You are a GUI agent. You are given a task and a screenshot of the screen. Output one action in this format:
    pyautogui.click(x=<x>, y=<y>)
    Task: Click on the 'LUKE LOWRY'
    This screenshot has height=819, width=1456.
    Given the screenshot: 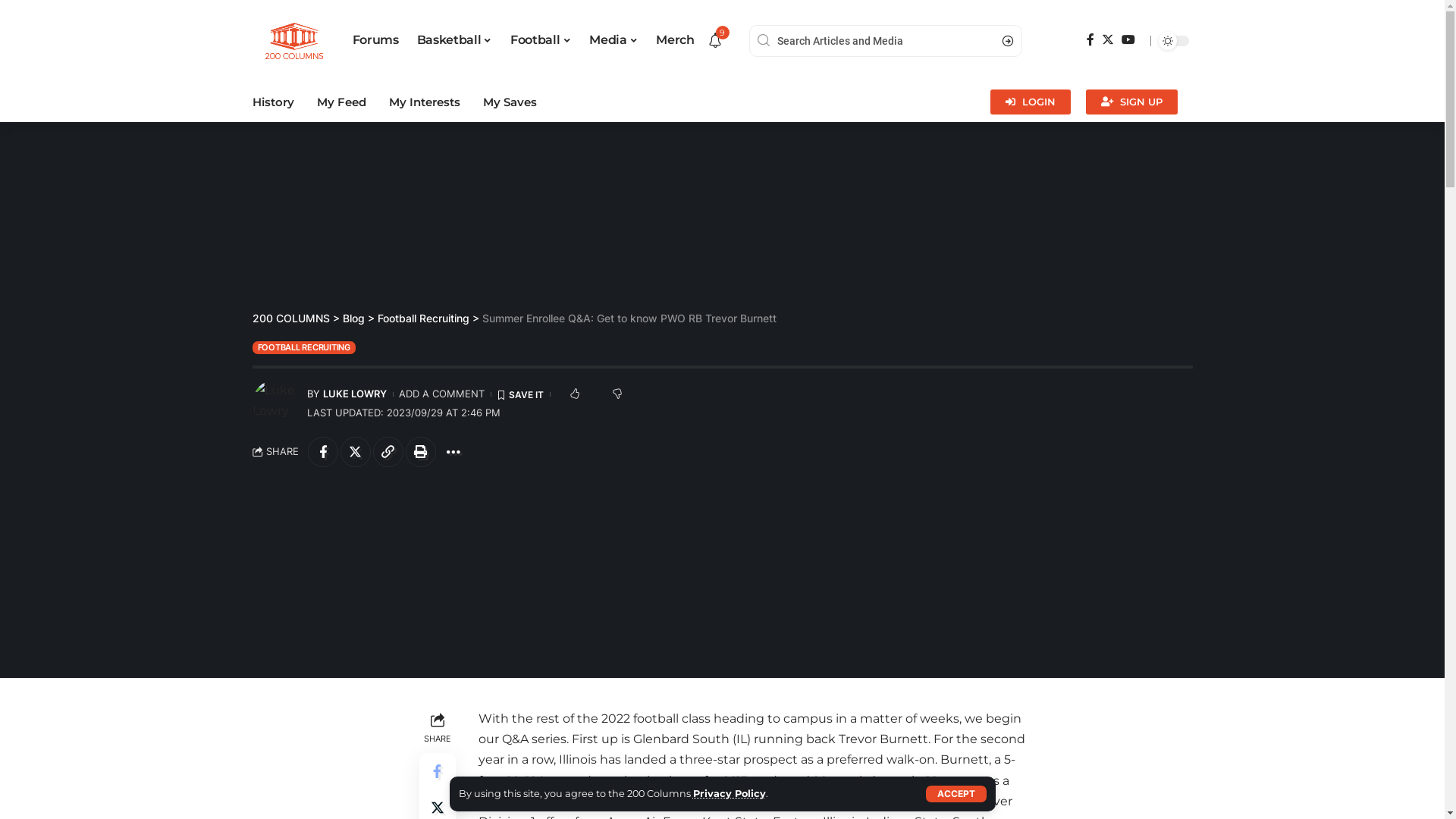 What is the action you would take?
    pyautogui.click(x=322, y=394)
    